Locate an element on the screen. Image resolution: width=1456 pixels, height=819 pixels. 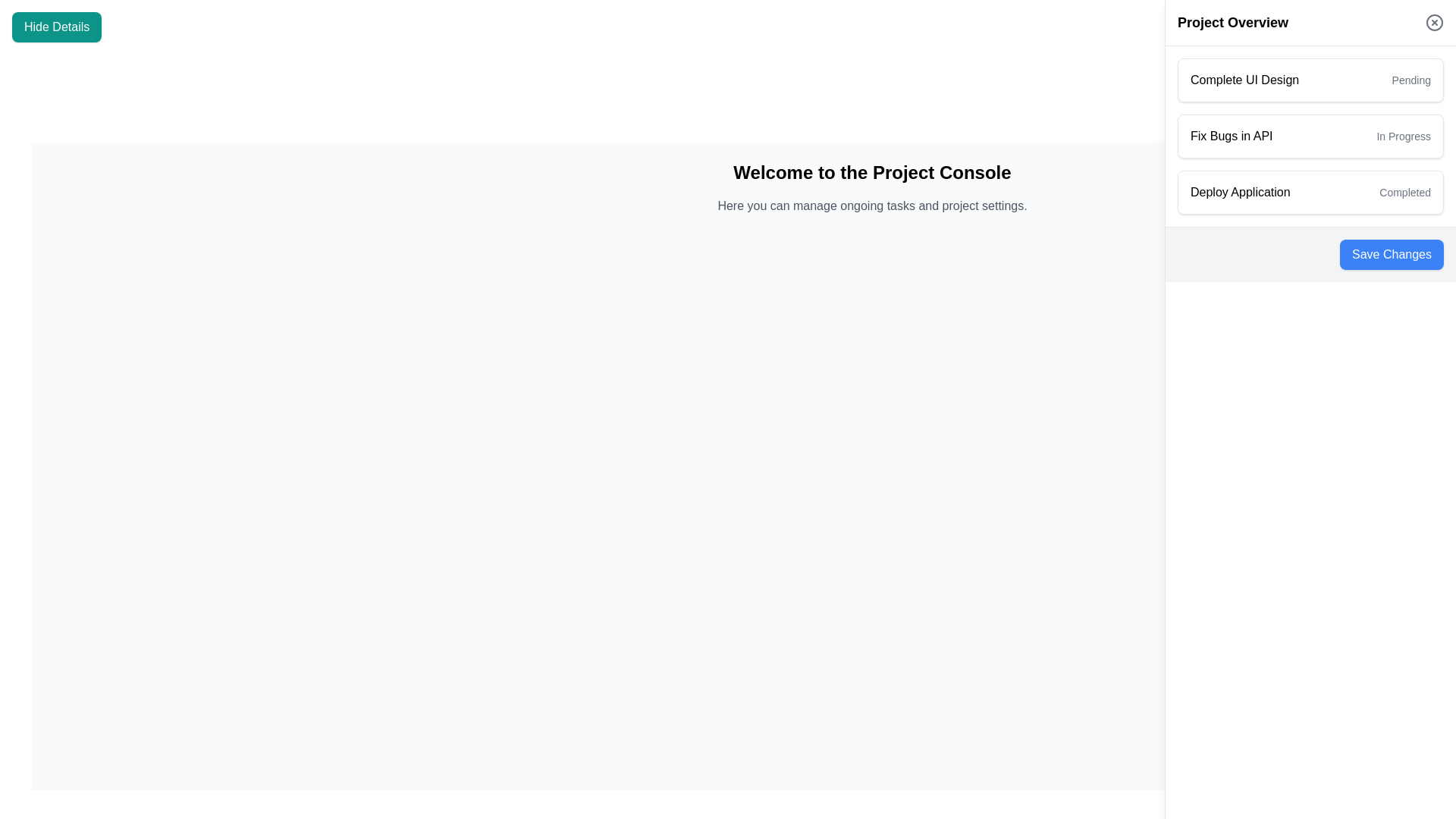
the save button located in the 'Project Overview' section at the lower-right corner of the panel is located at coordinates (1392, 253).